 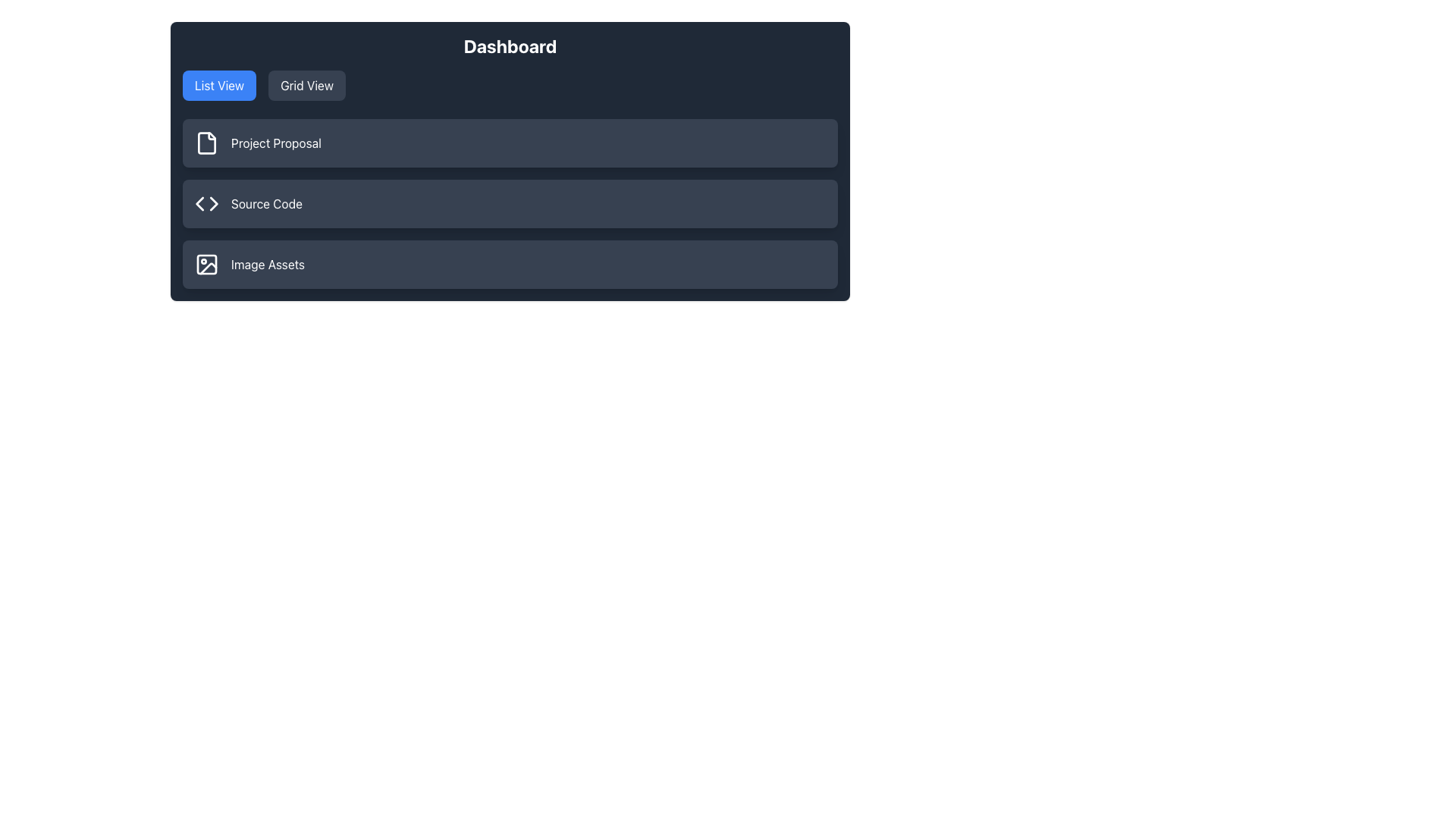 I want to click on the 'Project Proposal' text label, so click(x=276, y=143).